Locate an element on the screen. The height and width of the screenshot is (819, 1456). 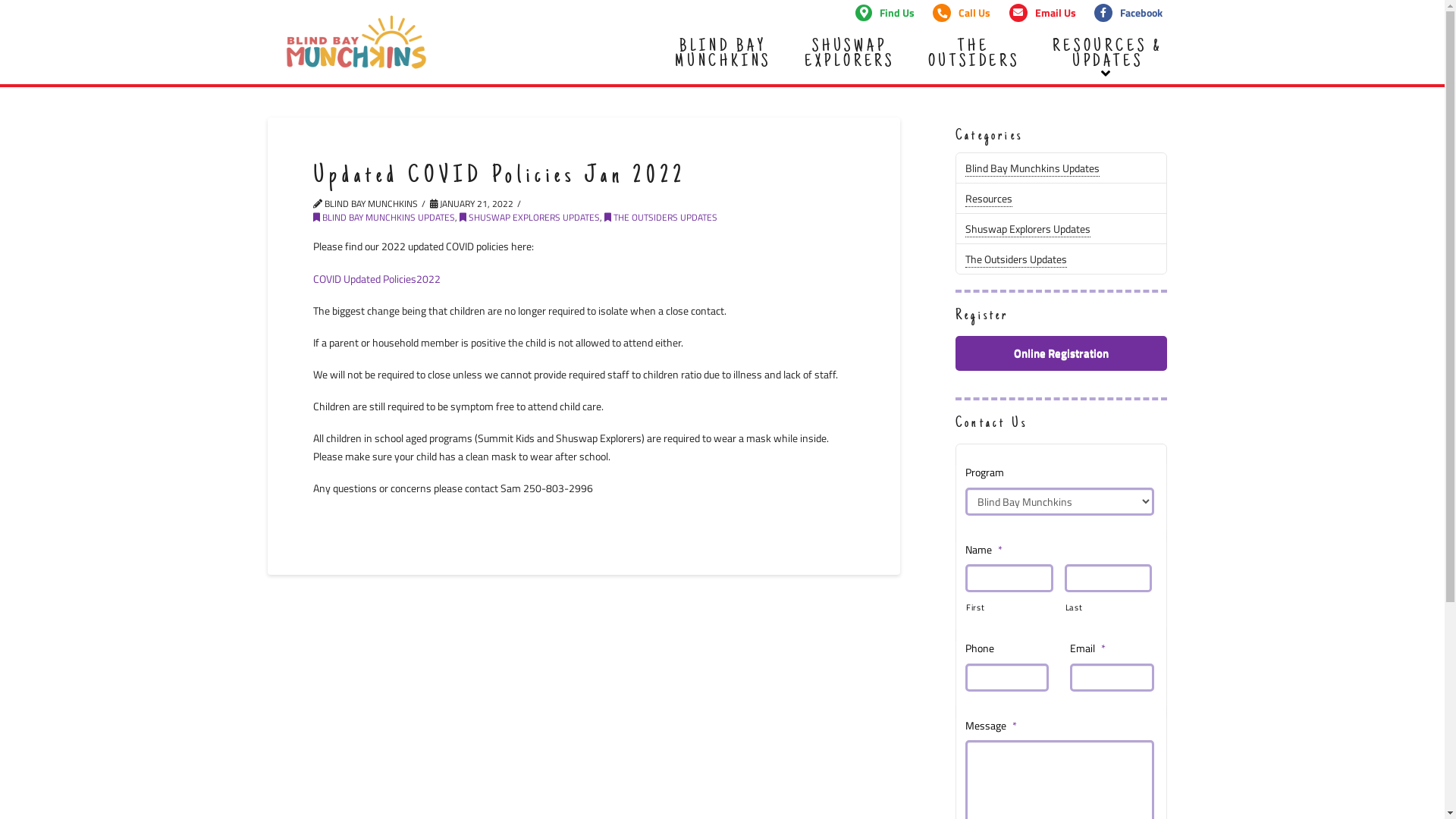
'SHUSWAP is located at coordinates (786, 54).